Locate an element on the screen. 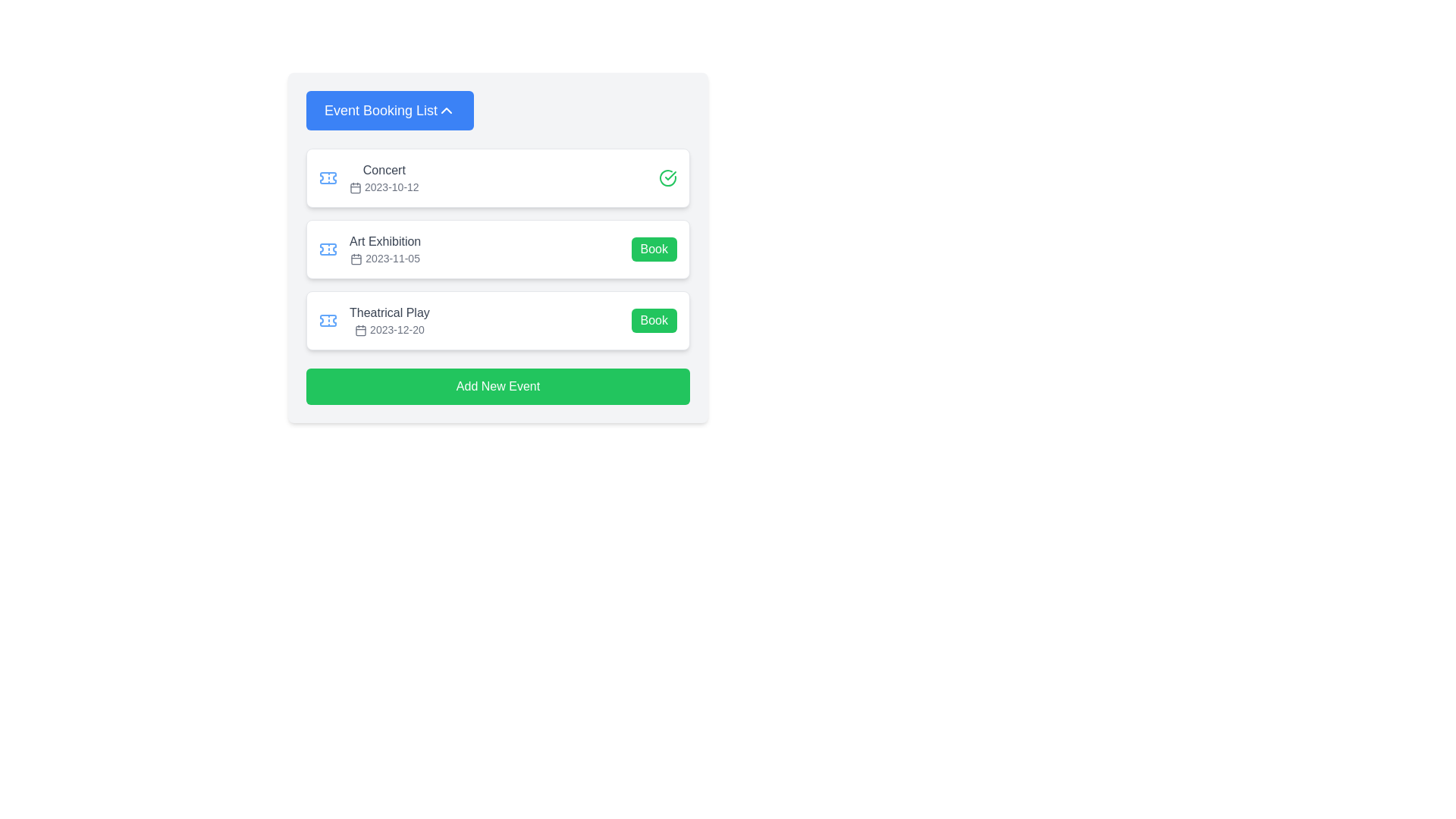 The width and height of the screenshot is (1456, 819). the green checkmark icon located at the right end of the event item displaying 'Concert' and '2023-10-12' is located at coordinates (667, 177).